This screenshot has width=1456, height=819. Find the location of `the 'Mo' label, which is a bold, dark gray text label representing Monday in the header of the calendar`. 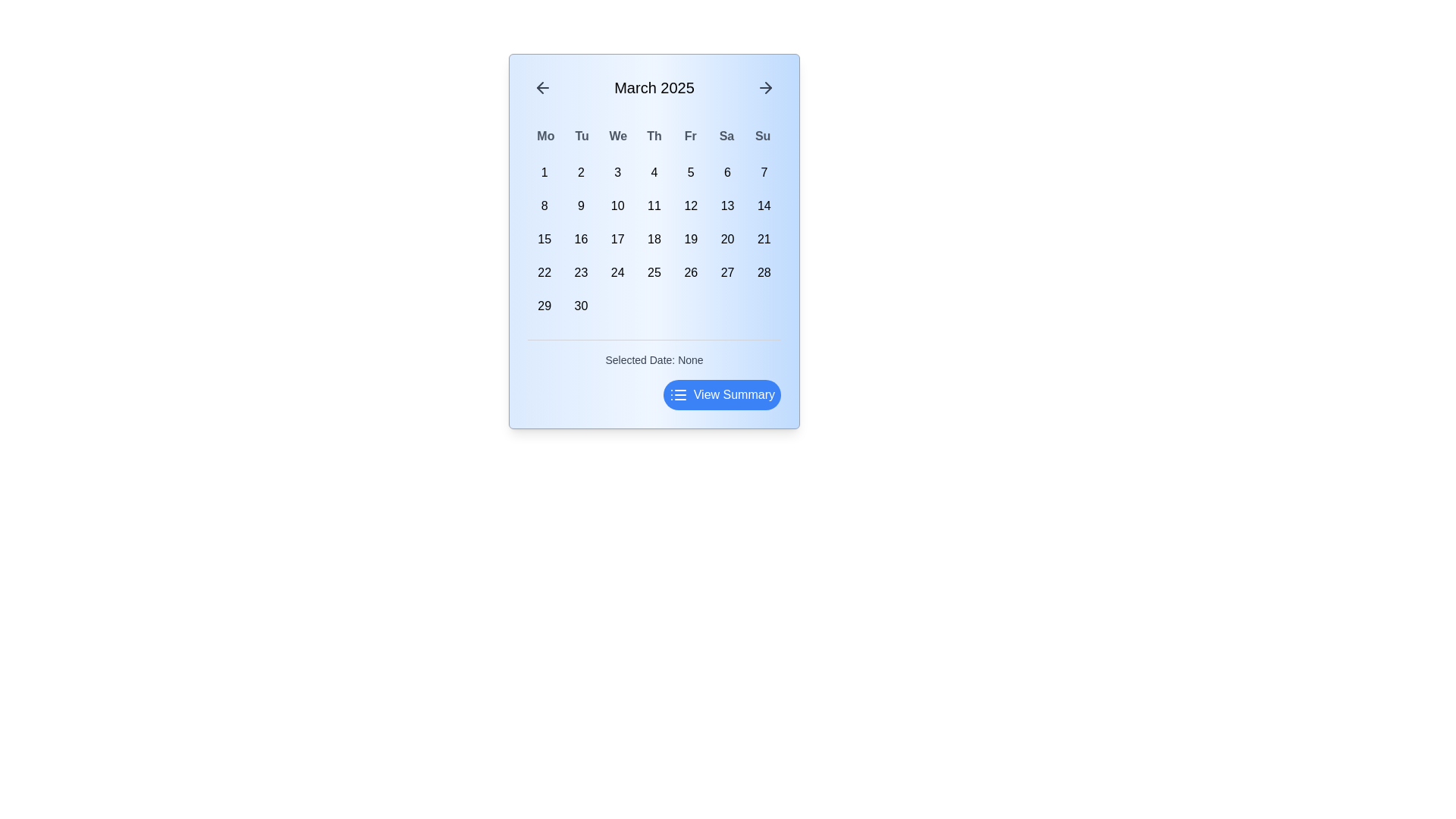

the 'Mo' label, which is a bold, dark gray text label representing Monday in the header of the calendar is located at coordinates (545, 136).